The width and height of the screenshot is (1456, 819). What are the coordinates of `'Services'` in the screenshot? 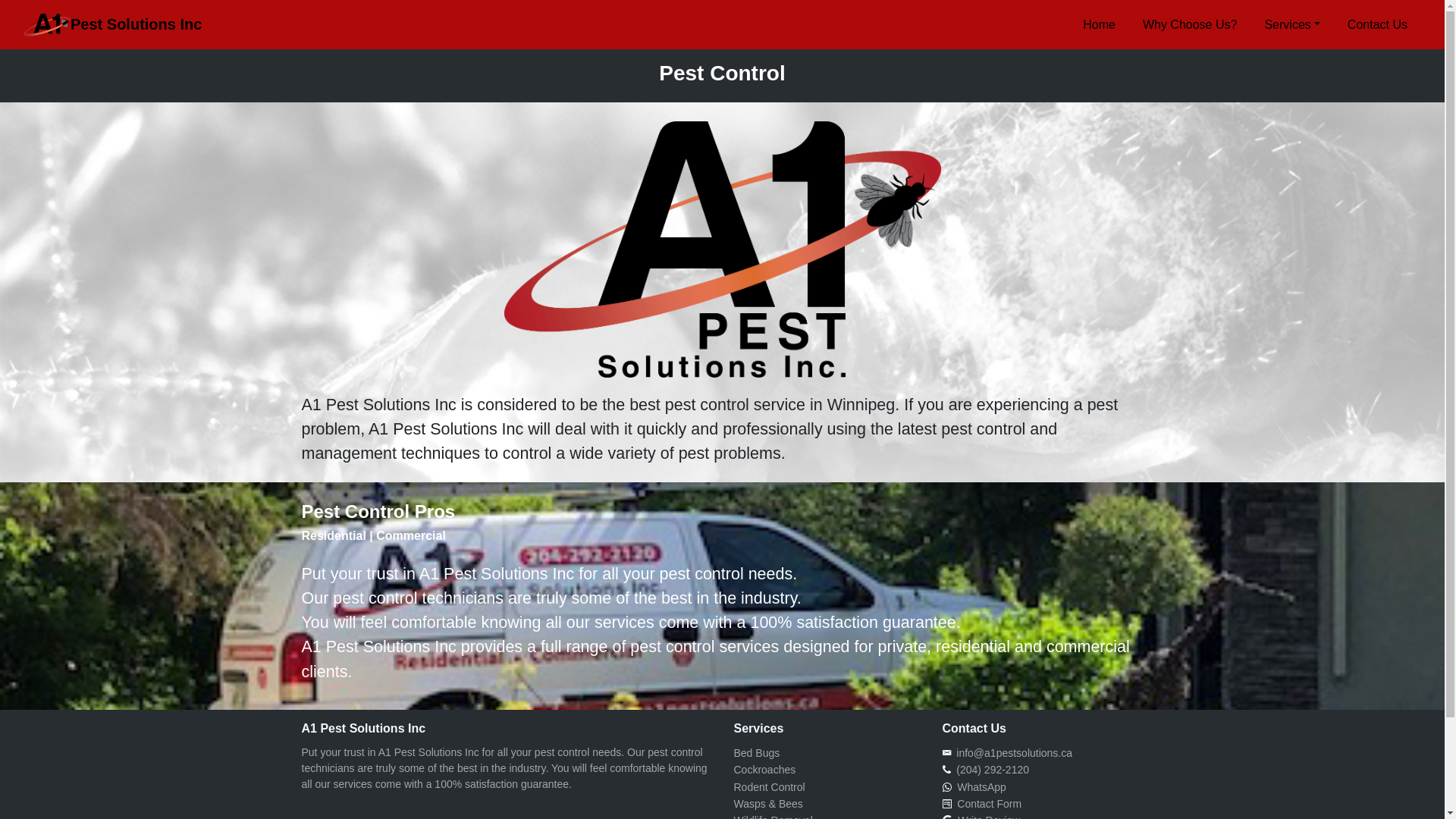 It's located at (1291, 24).